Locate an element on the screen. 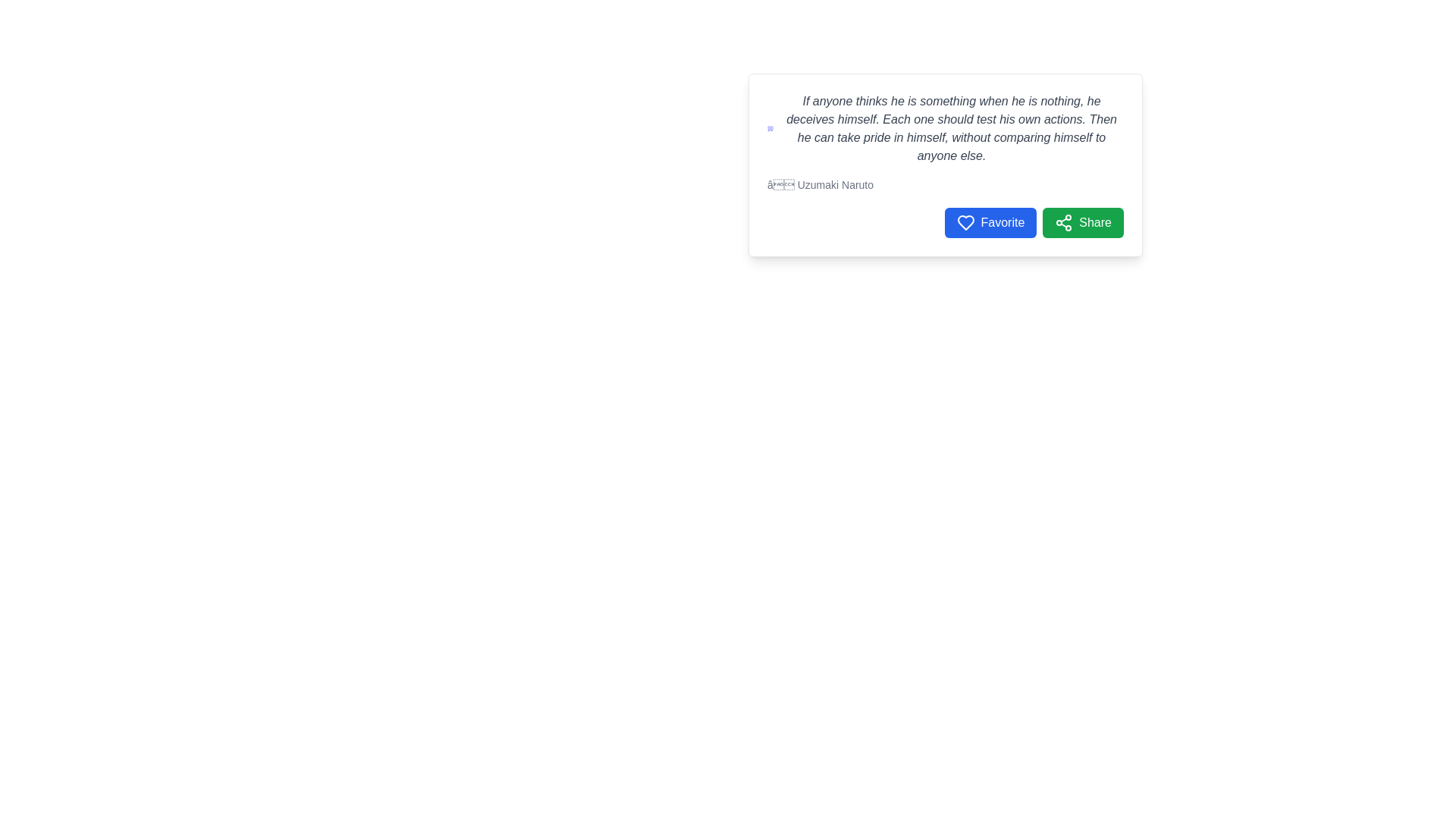  the second button in the bottom right corner of the card to change its background color is located at coordinates (1082, 222).